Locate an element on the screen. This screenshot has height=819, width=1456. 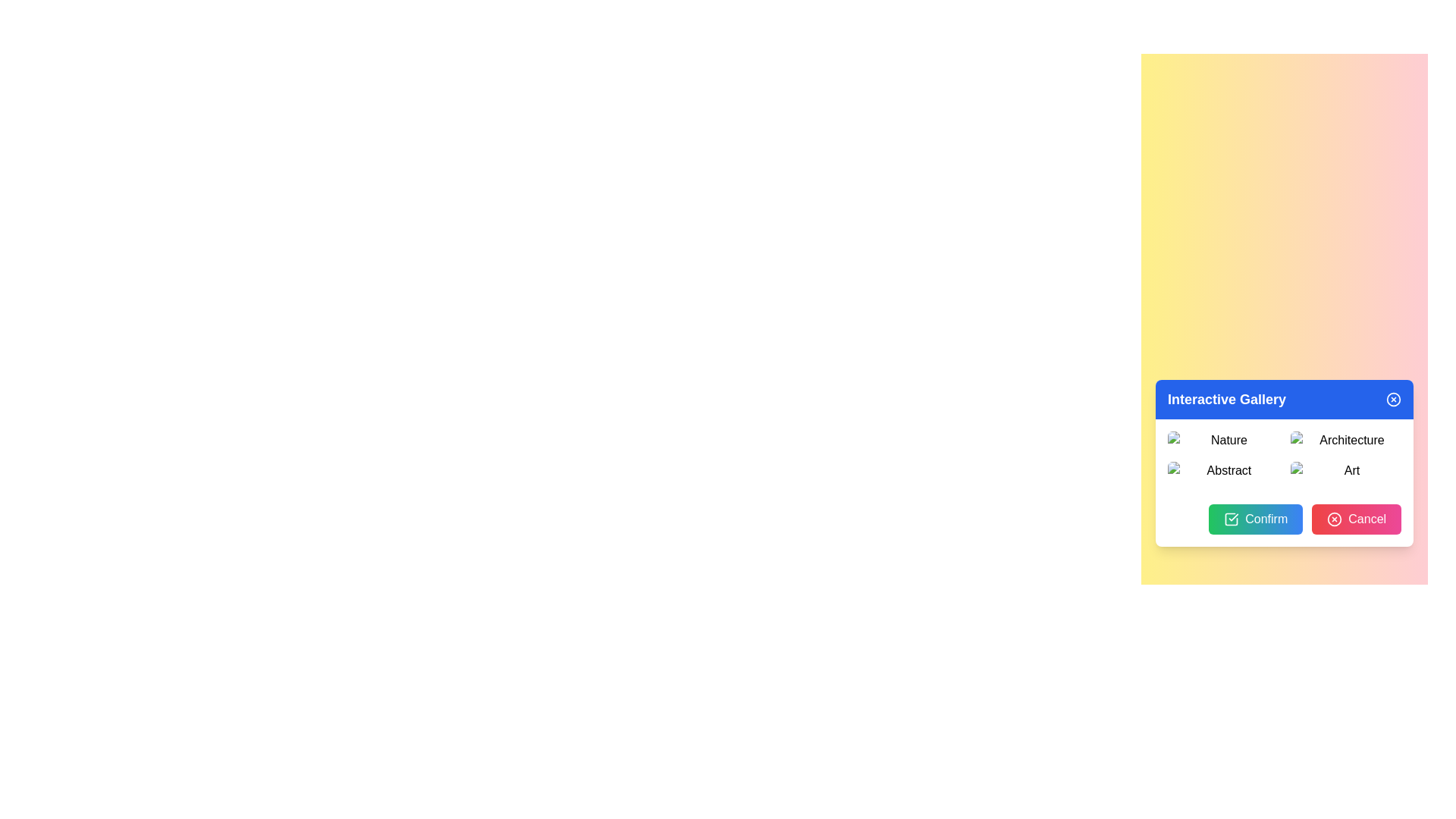
on the selectable item labeled 'Nature' that contains a thumbnail image and a bold white text label, positioned at the top-left corner of the 'Interactive Gallery' is located at coordinates (1222, 441).